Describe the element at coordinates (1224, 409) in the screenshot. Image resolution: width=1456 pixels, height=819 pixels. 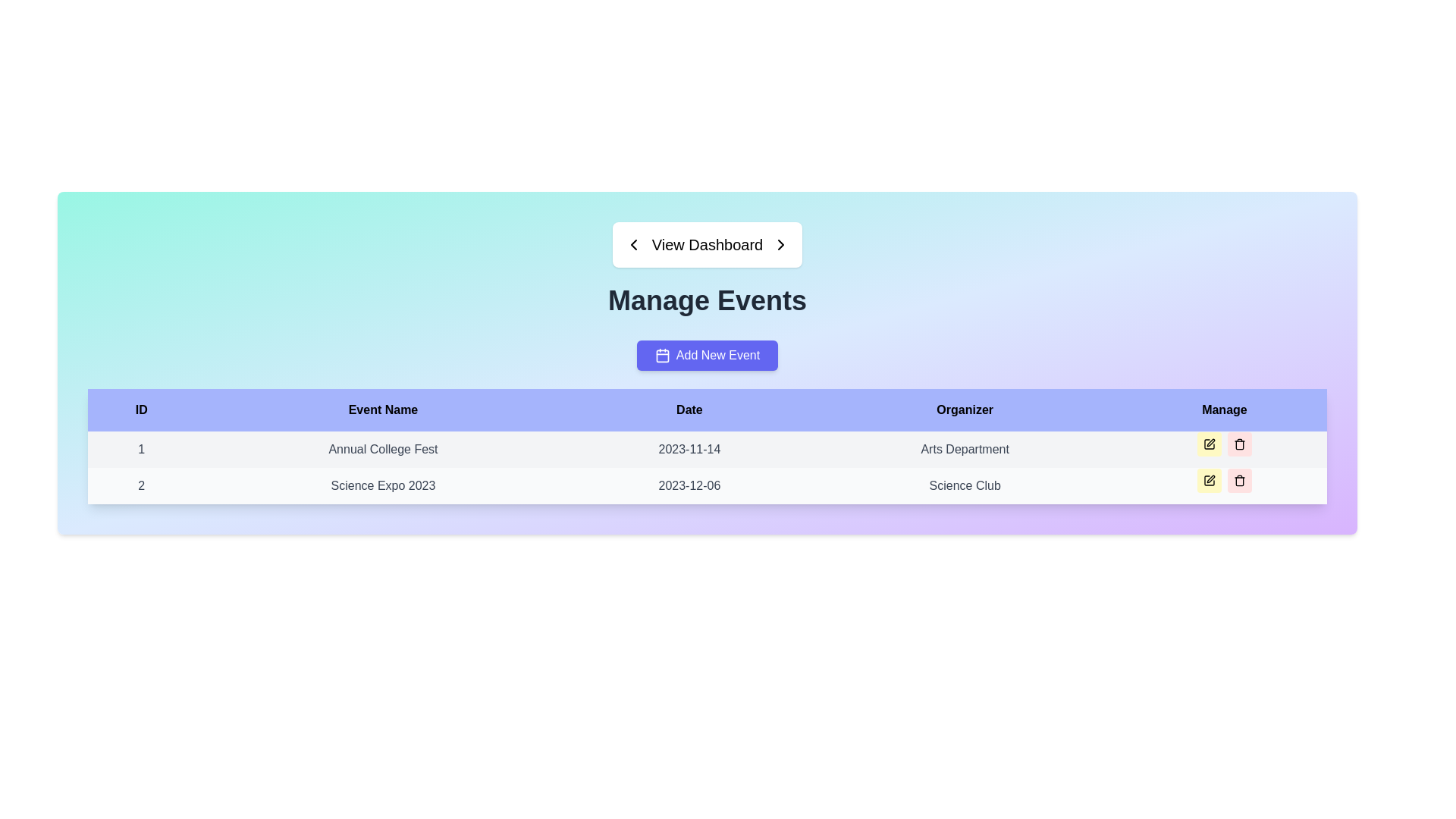
I see `the last column header in the table to sort the column, which is located immediately to the right of the 'Organizer' column header` at that location.